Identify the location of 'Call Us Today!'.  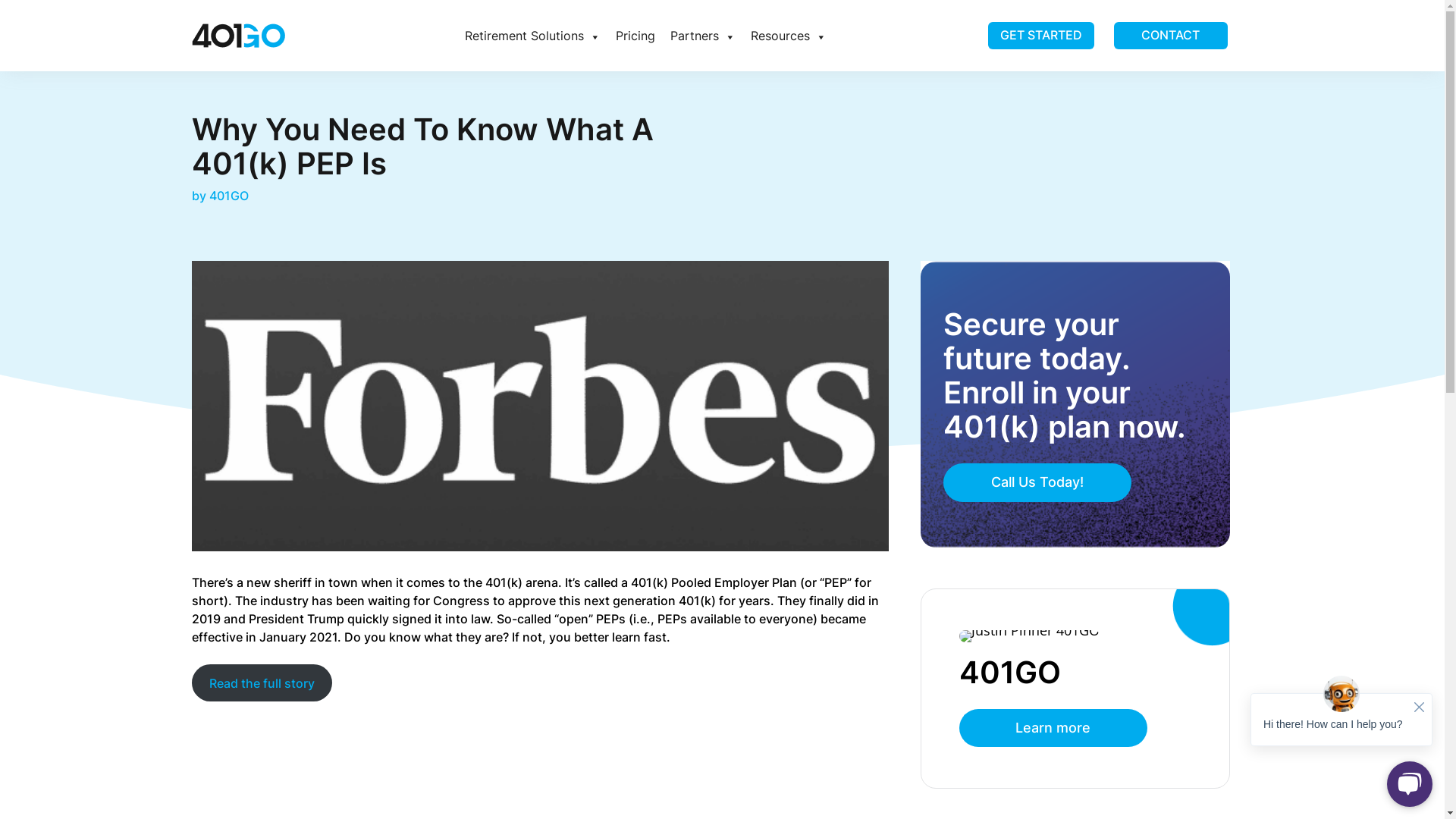
(1037, 482).